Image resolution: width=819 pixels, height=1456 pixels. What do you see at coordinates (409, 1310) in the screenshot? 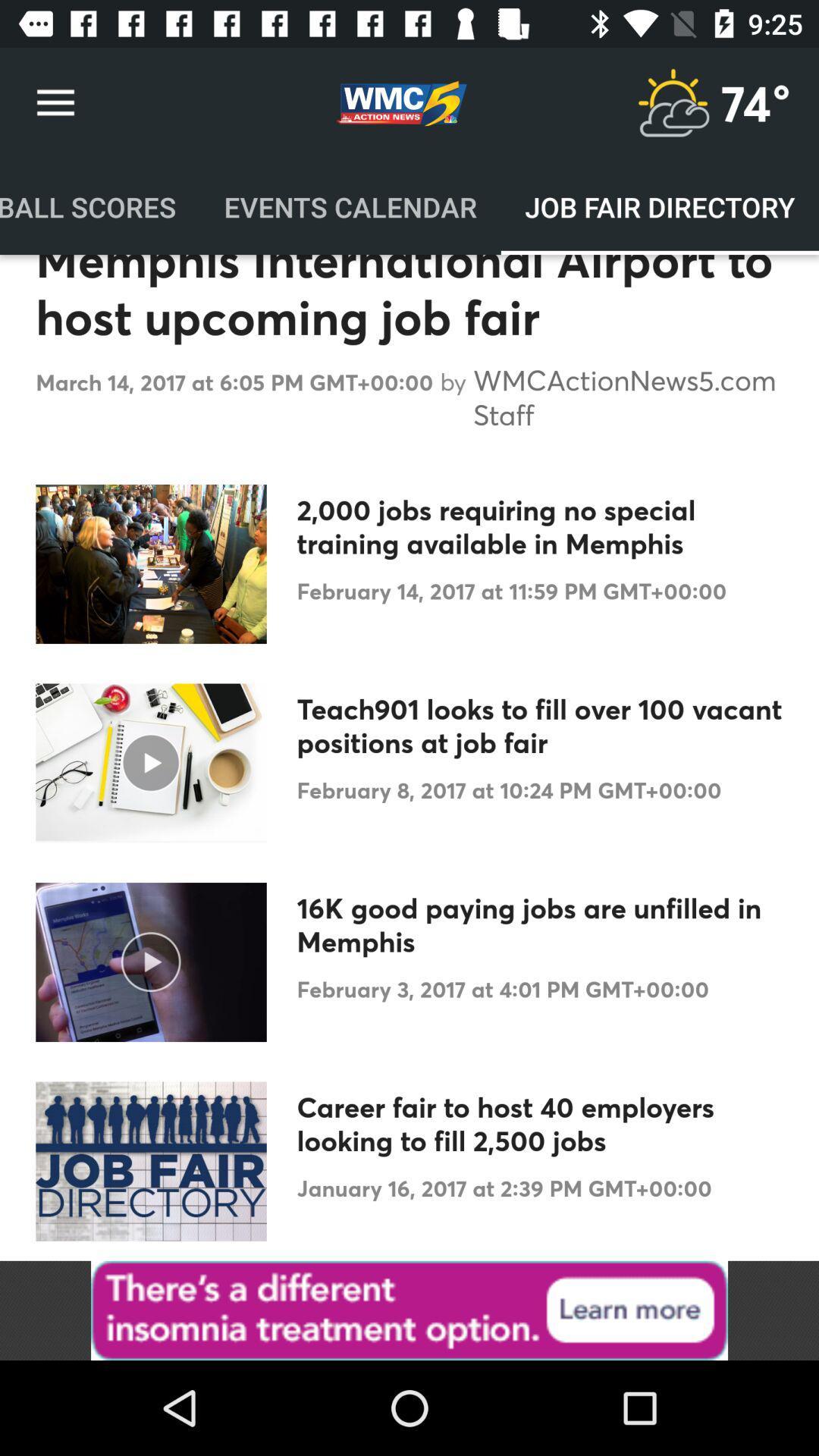
I see `advertisement link` at bounding box center [409, 1310].